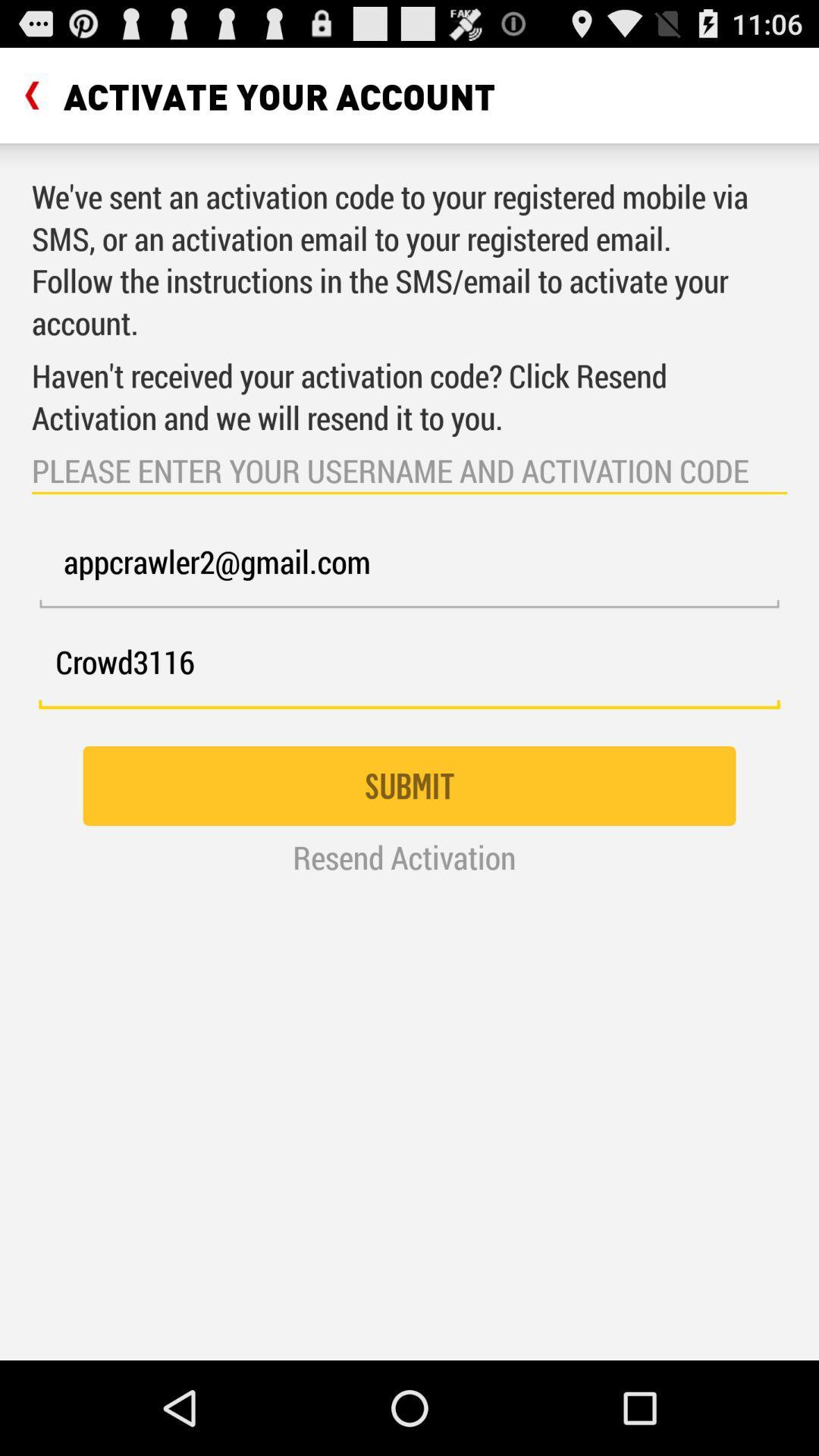 This screenshot has height=1456, width=819. I want to click on item below please enter your item, so click(409, 570).